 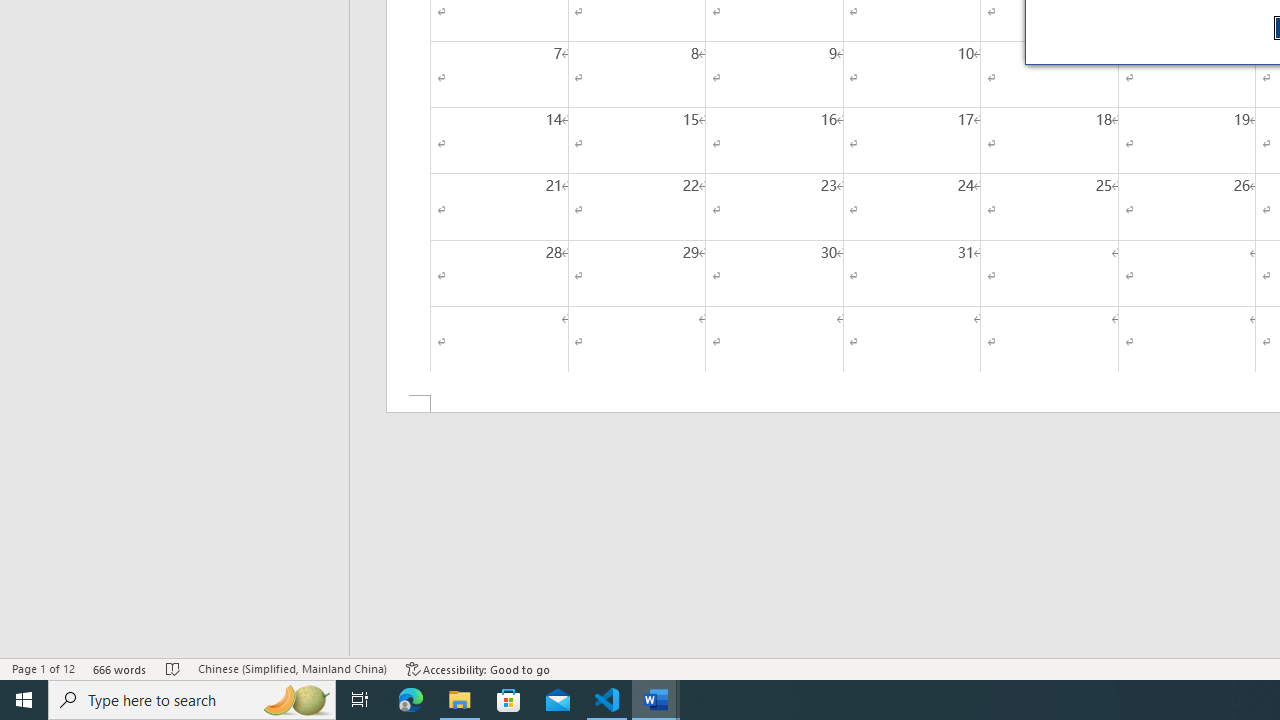 I want to click on 'File Explorer - 1 running window', so click(x=459, y=698).